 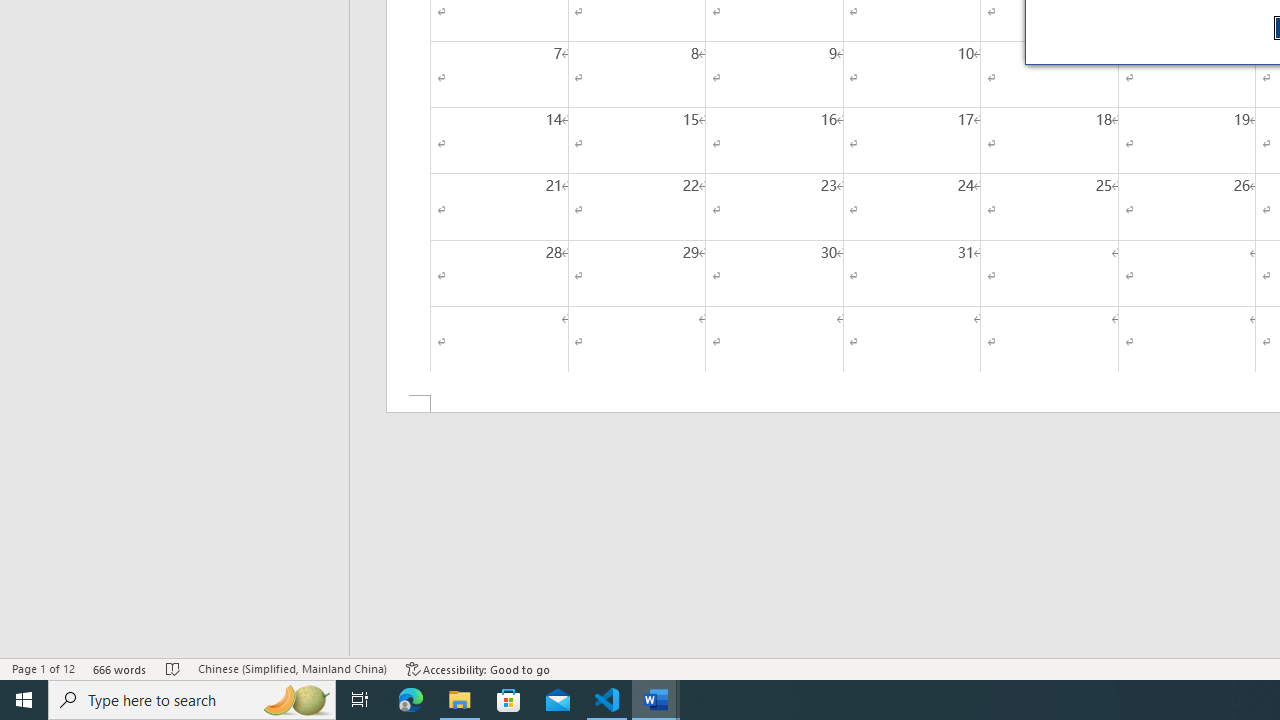 I want to click on 'File Explorer - 1 running window', so click(x=459, y=698).